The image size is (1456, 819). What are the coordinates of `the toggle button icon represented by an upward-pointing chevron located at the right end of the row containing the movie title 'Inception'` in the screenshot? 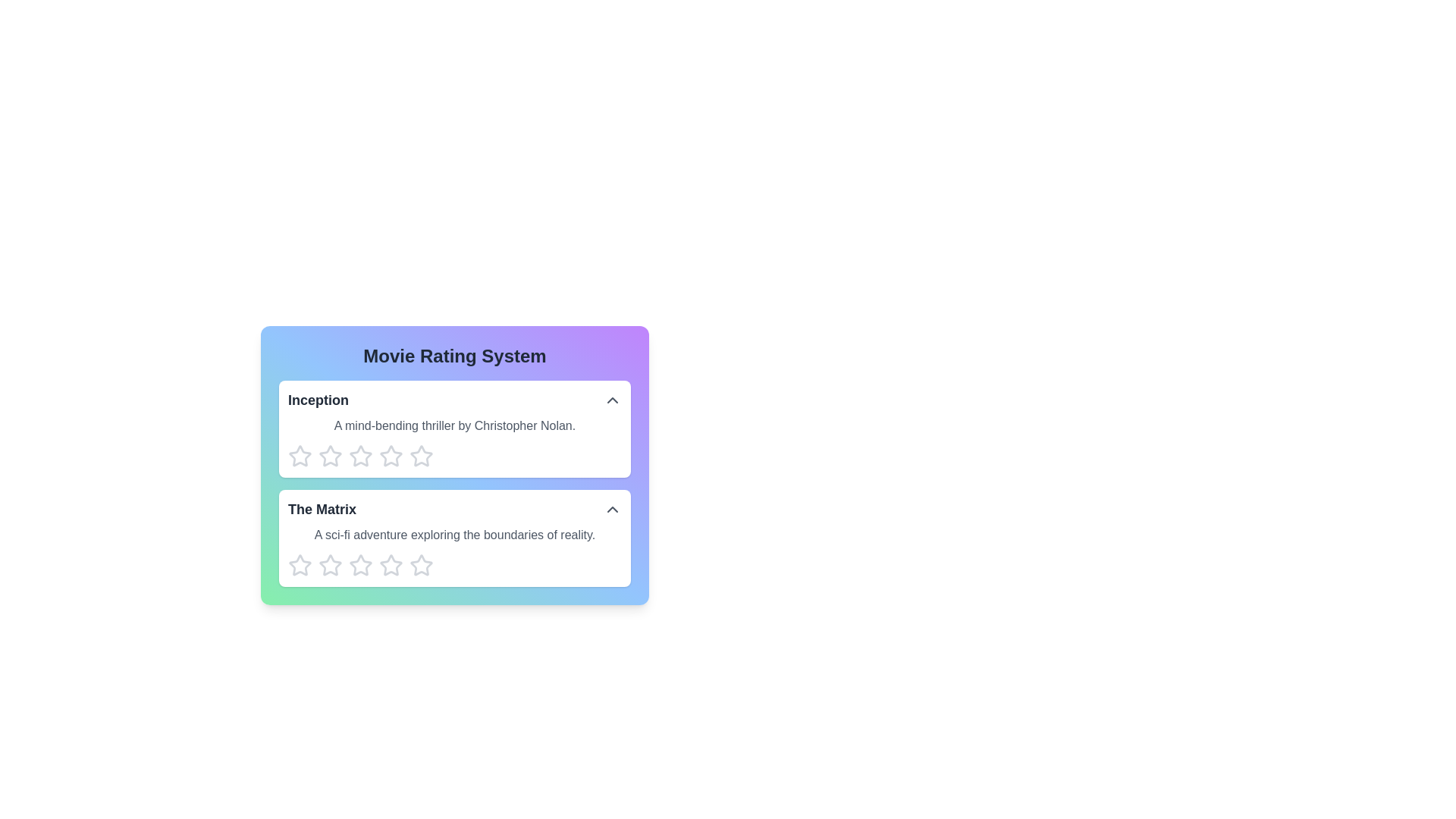 It's located at (612, 400).